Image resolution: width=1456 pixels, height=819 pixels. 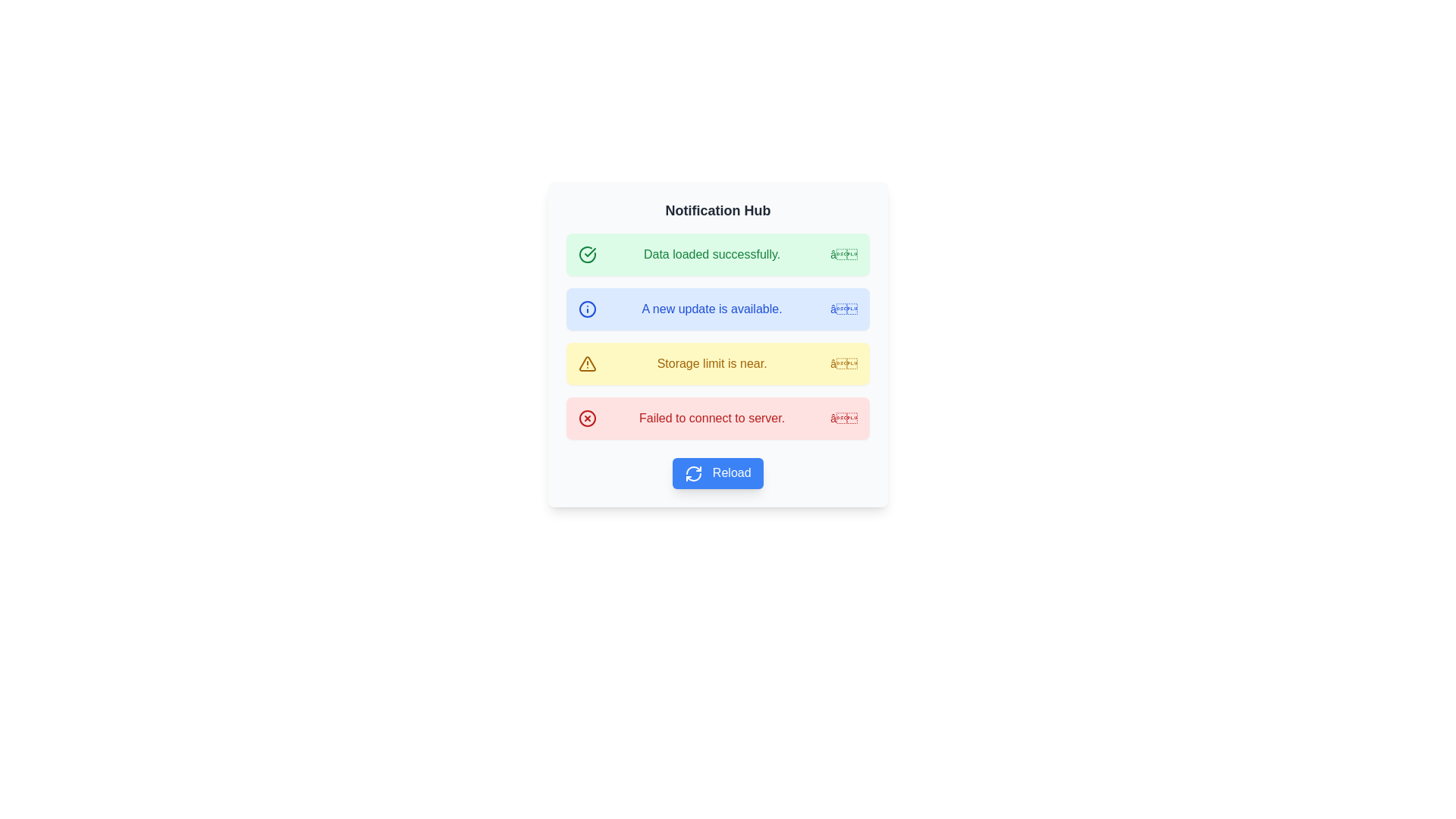 I want to click on the text label displaying 'Failed to connect to server.' which is styled in red color and aligned to the left within the bottom-most card of the notification list, so click(x=711, y=418).